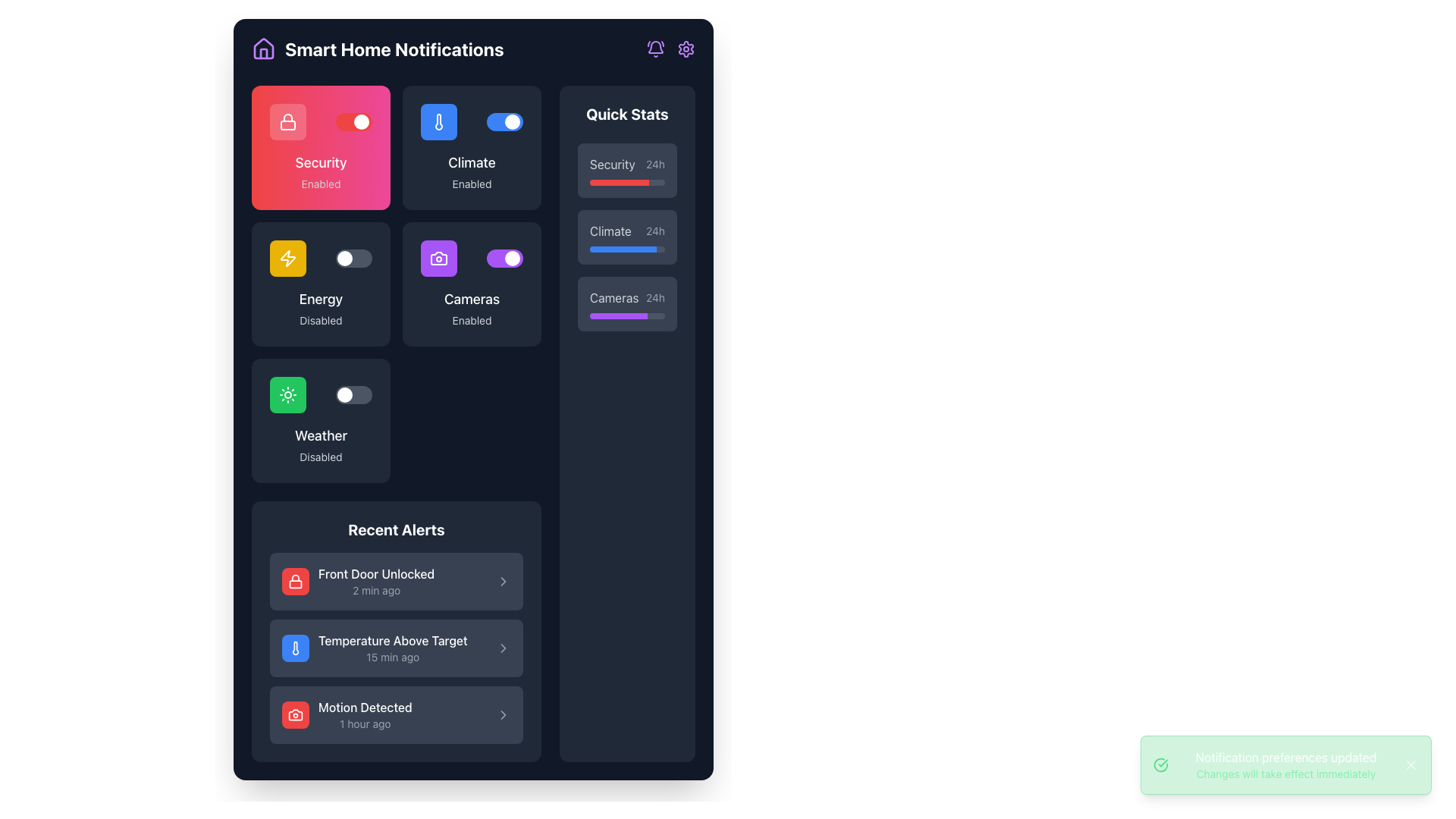 This screenshot has height=819, width=1456. Describe the element at coordinates (503, 714) in the screenshot. I see `the navigation indicator icon located to the right of the 'Motion Detected' list item in the 'Recent Alerts' section for visual guidance` at that location.